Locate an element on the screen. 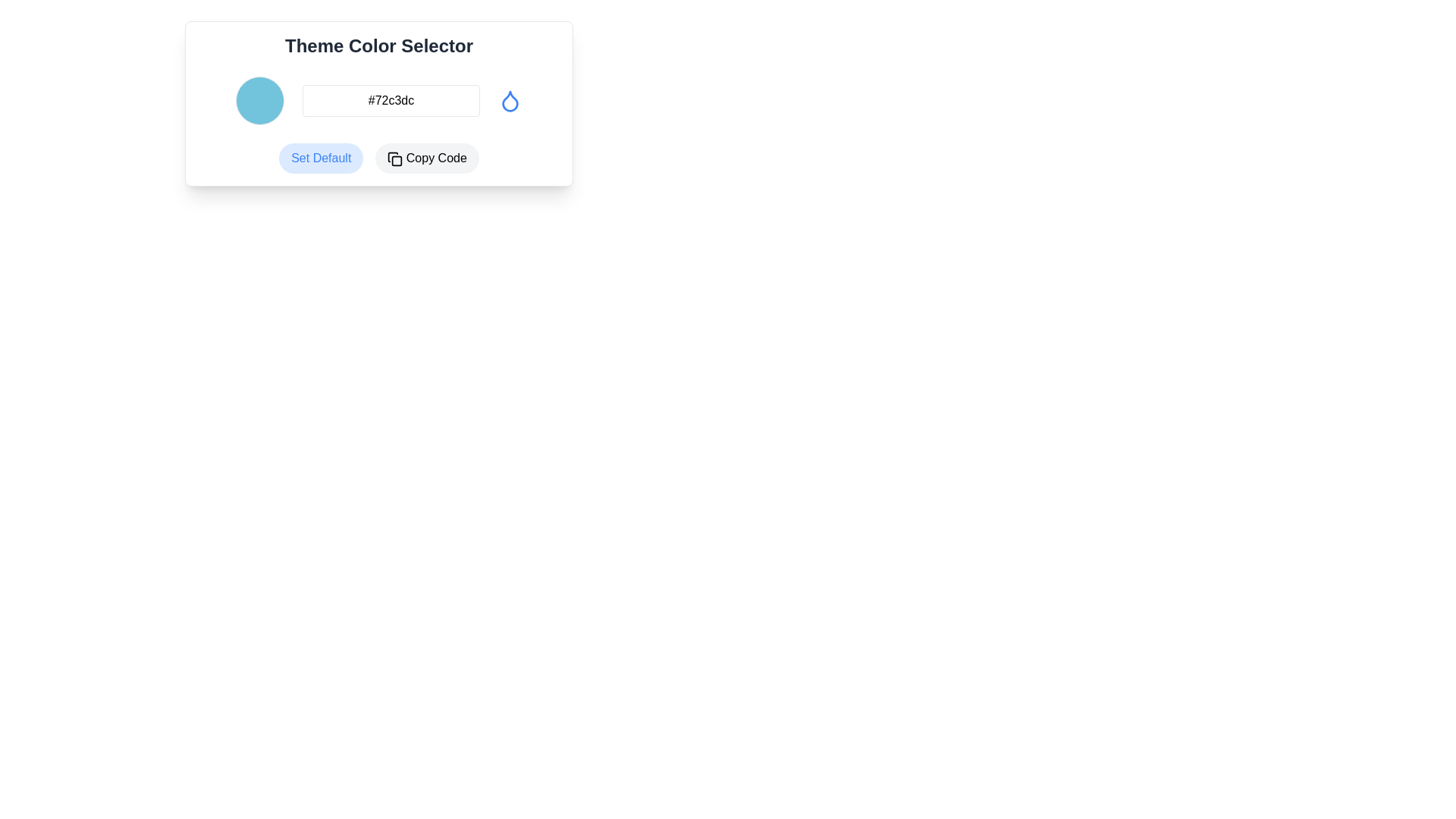 The height and width of the screenshot is (819, 1456). the icon within the 'Copy Code' button is located at coordinates (397, 161).